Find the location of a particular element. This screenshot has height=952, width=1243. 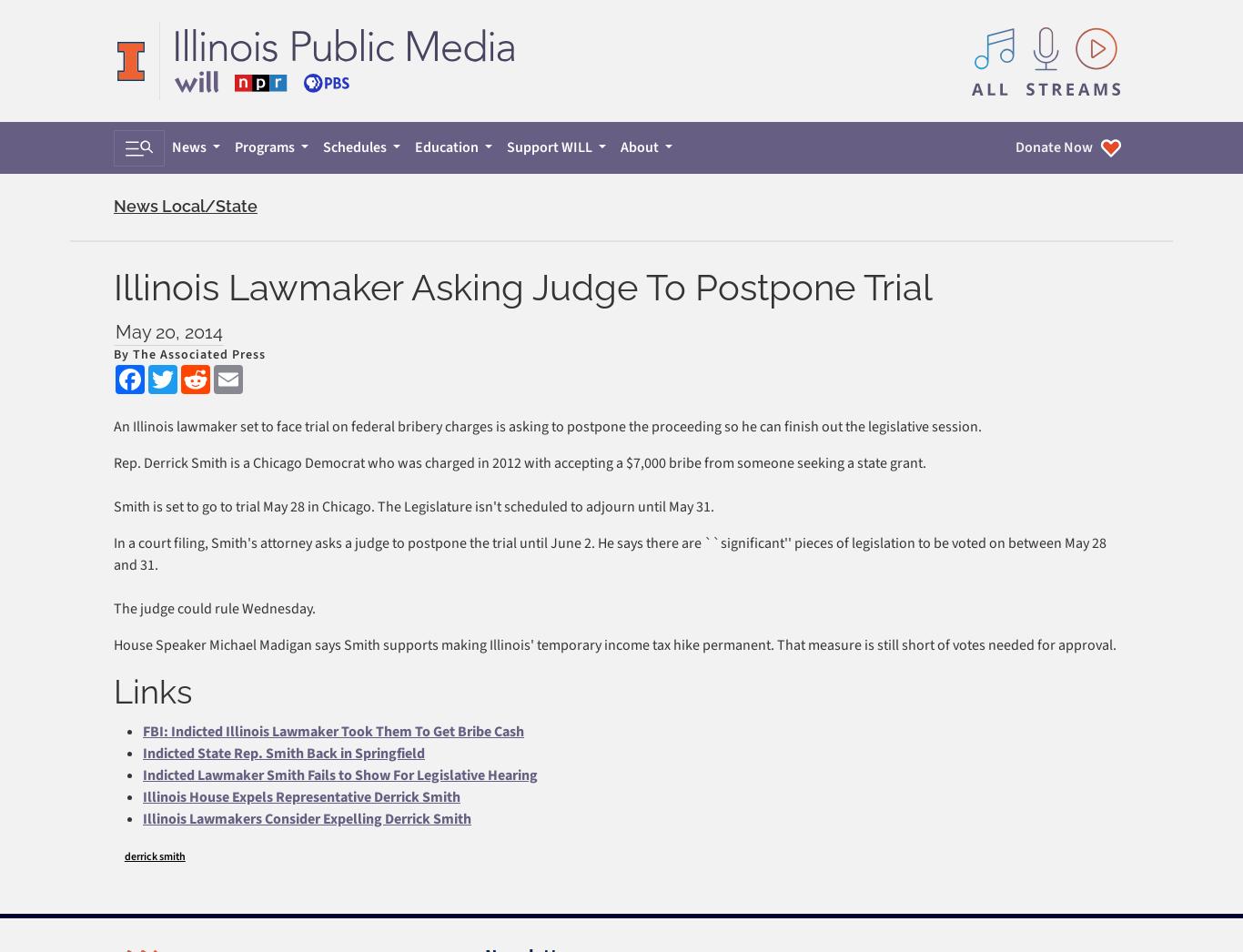

'Diversity, Equity, & Inclusion' is located at coordinates (580, 667).